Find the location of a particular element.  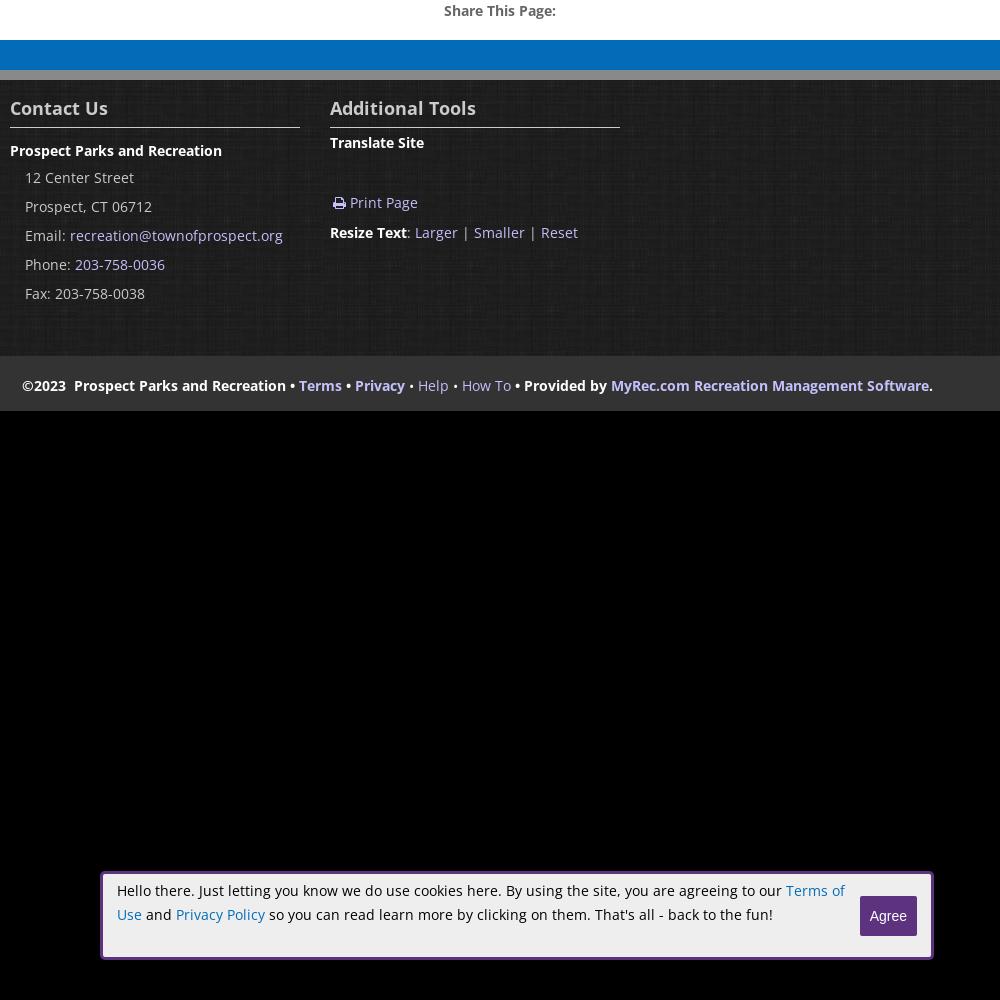

'Larger' is located at coordinates (436, 230).